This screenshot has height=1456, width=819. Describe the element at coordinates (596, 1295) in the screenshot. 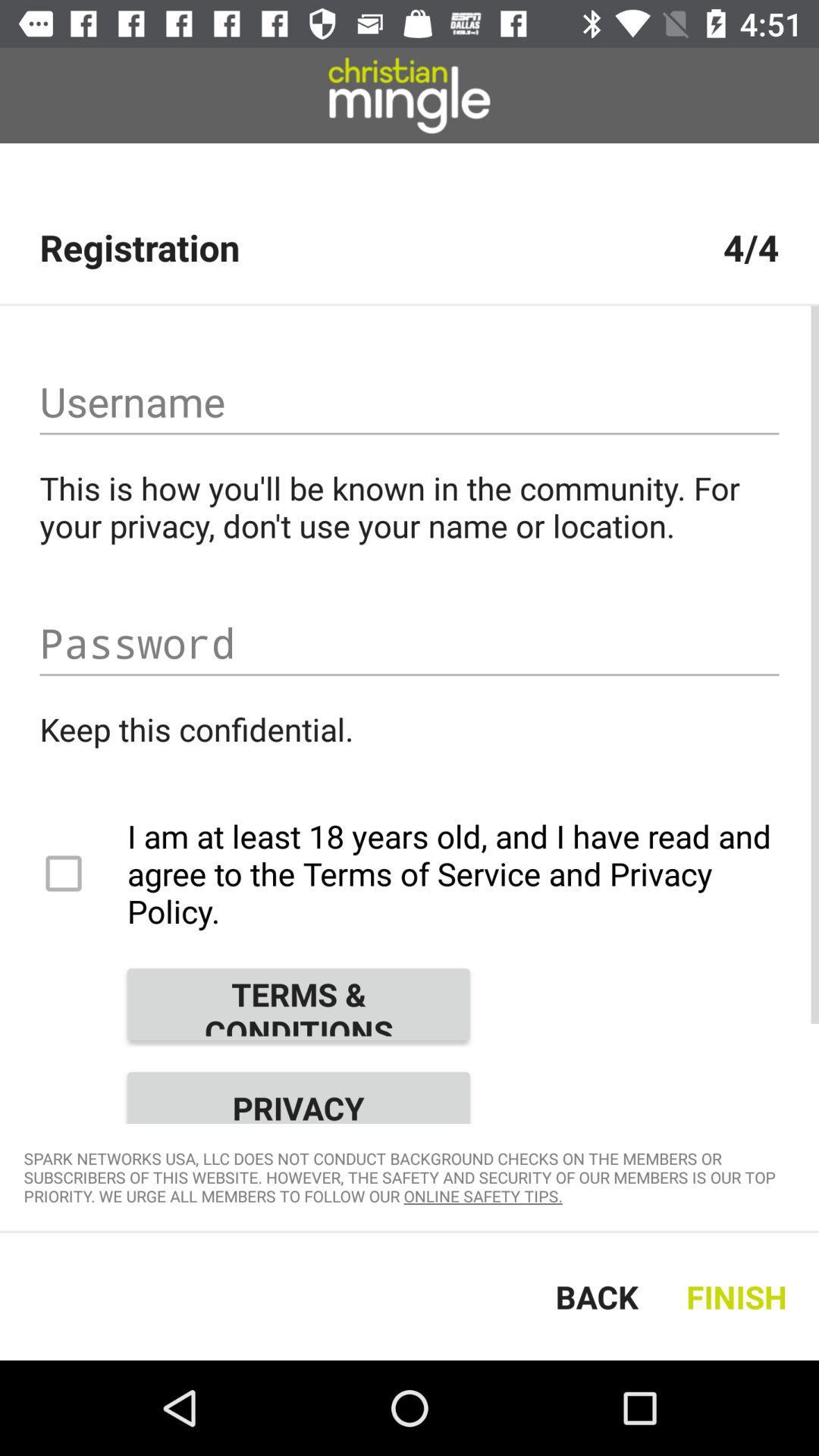

I see `the back icon` at that location.